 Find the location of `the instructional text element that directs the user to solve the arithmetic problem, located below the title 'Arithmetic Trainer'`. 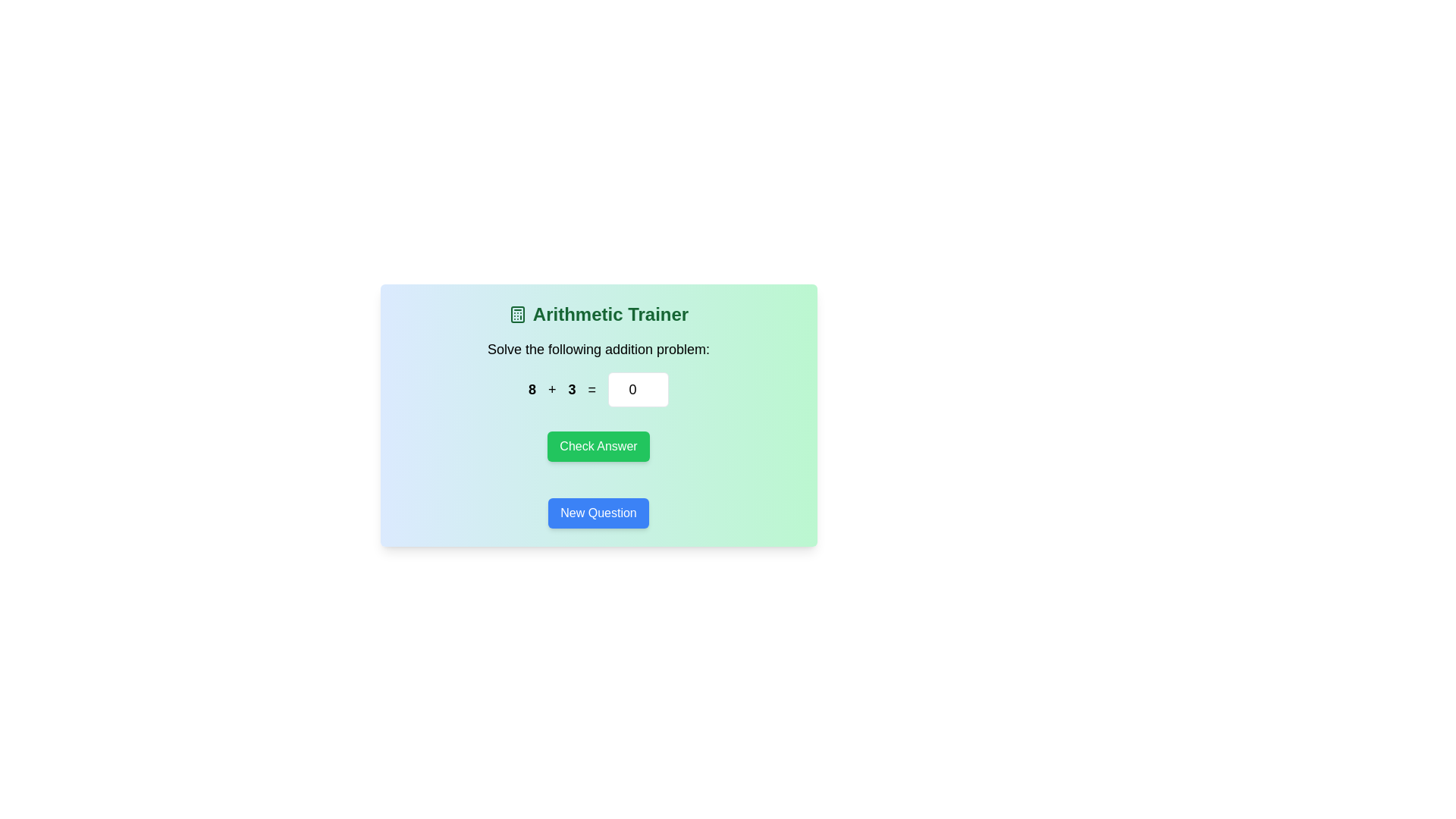

the instructional text element that directs the user to solve the arithmetic problem, located below the title 'Arithmetic Trainer' is located at coordinates (598, 350).